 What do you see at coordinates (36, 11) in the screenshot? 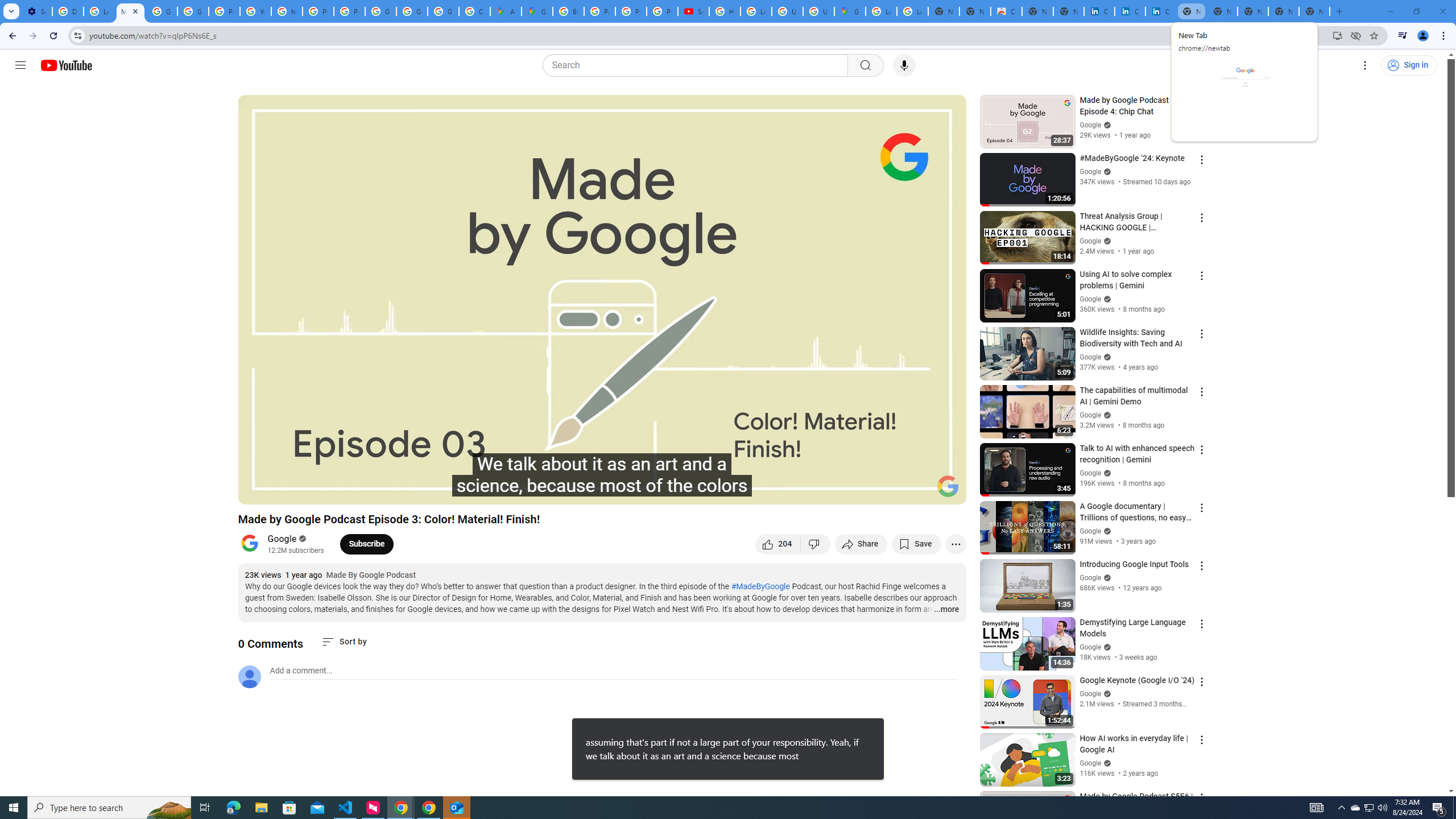
I see `'Settings - Customize profile'` at bounding box center [36, 11].